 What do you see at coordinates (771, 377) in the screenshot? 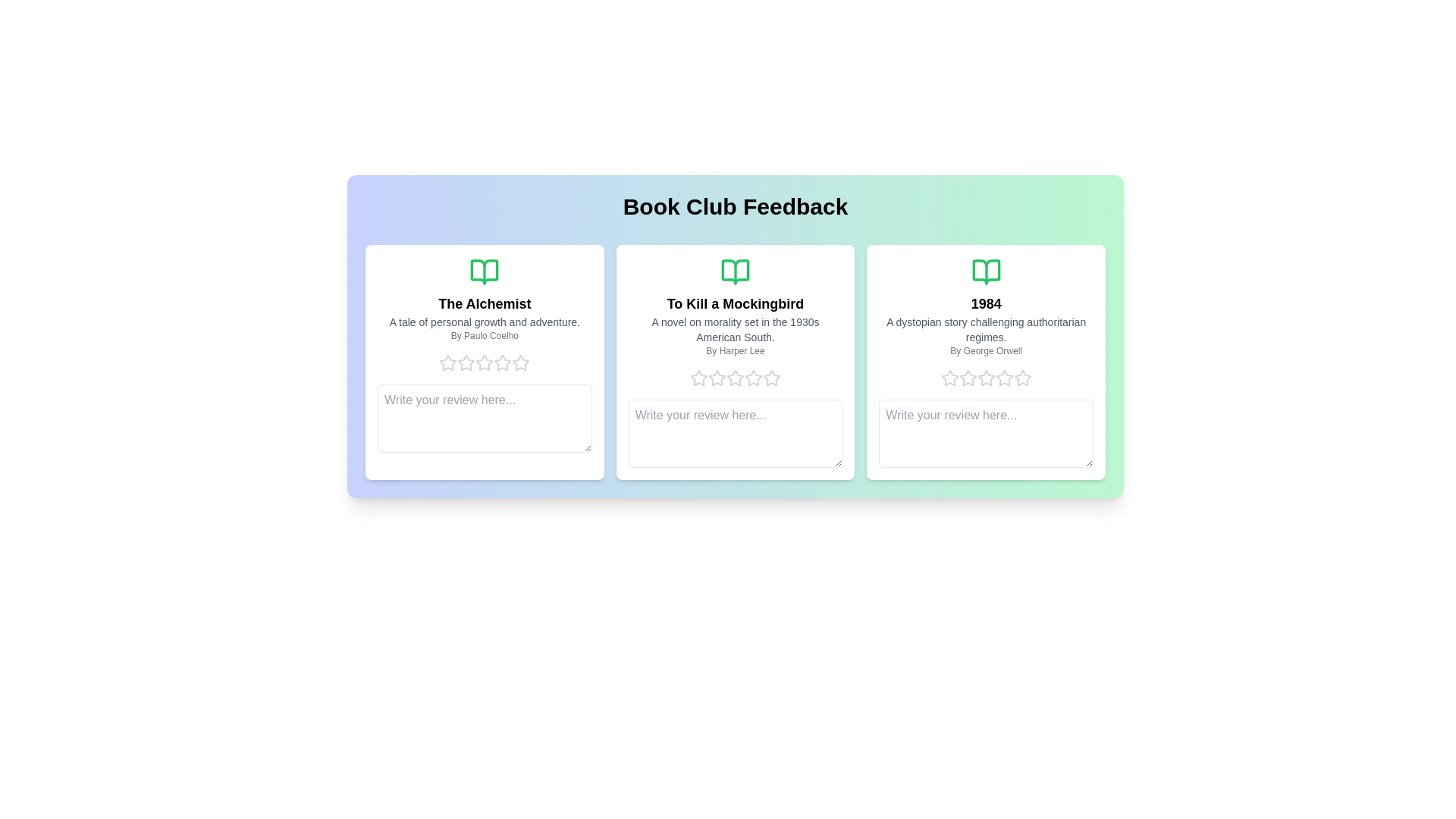
I see `the last gray star icon in the rating system under the 'To Kill a Mockingbird' tile` at bounding box center [771, 377].